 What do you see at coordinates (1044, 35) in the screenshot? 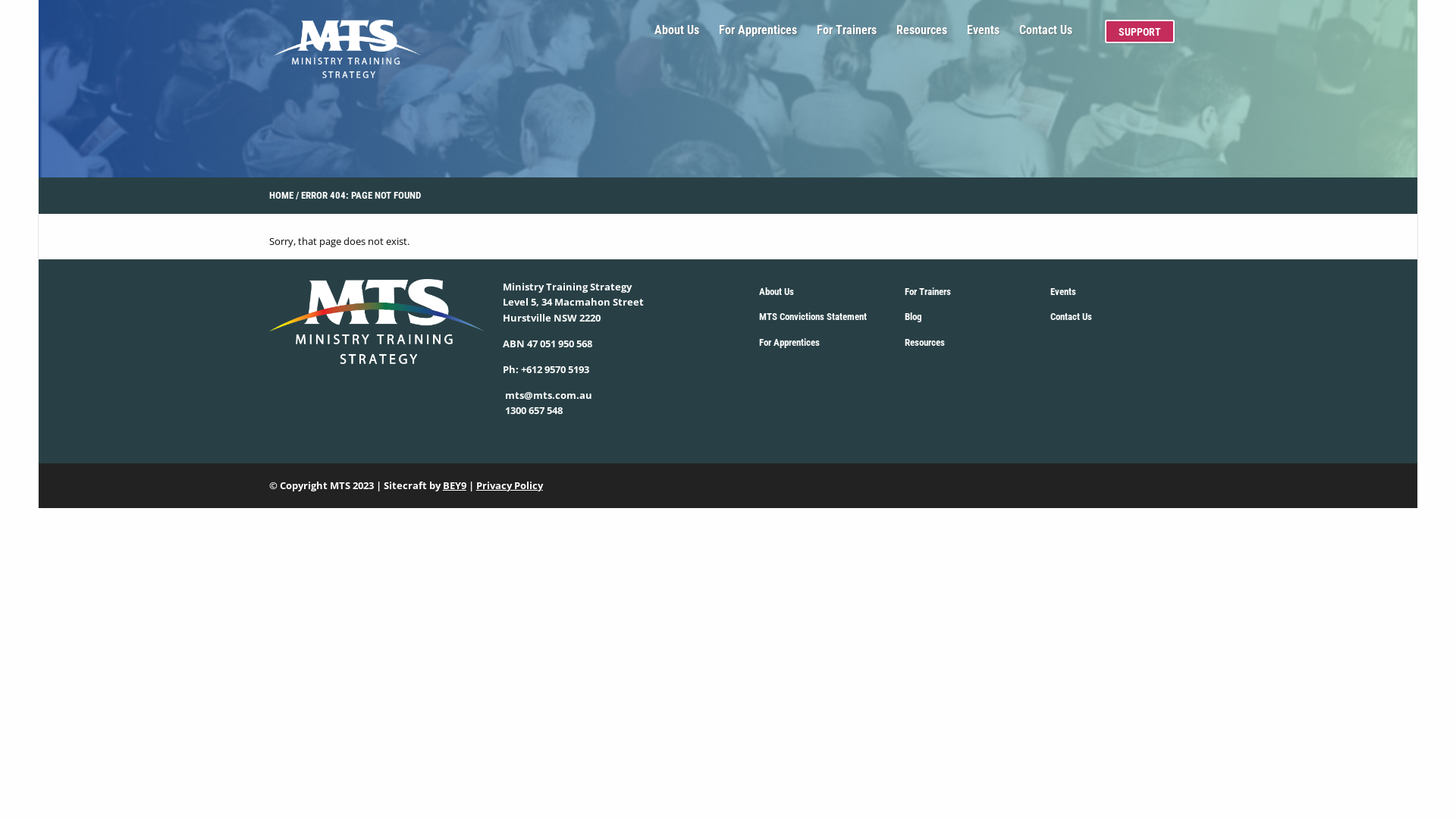
I see `'Contact Us'` at bounding box center [1044, 35].